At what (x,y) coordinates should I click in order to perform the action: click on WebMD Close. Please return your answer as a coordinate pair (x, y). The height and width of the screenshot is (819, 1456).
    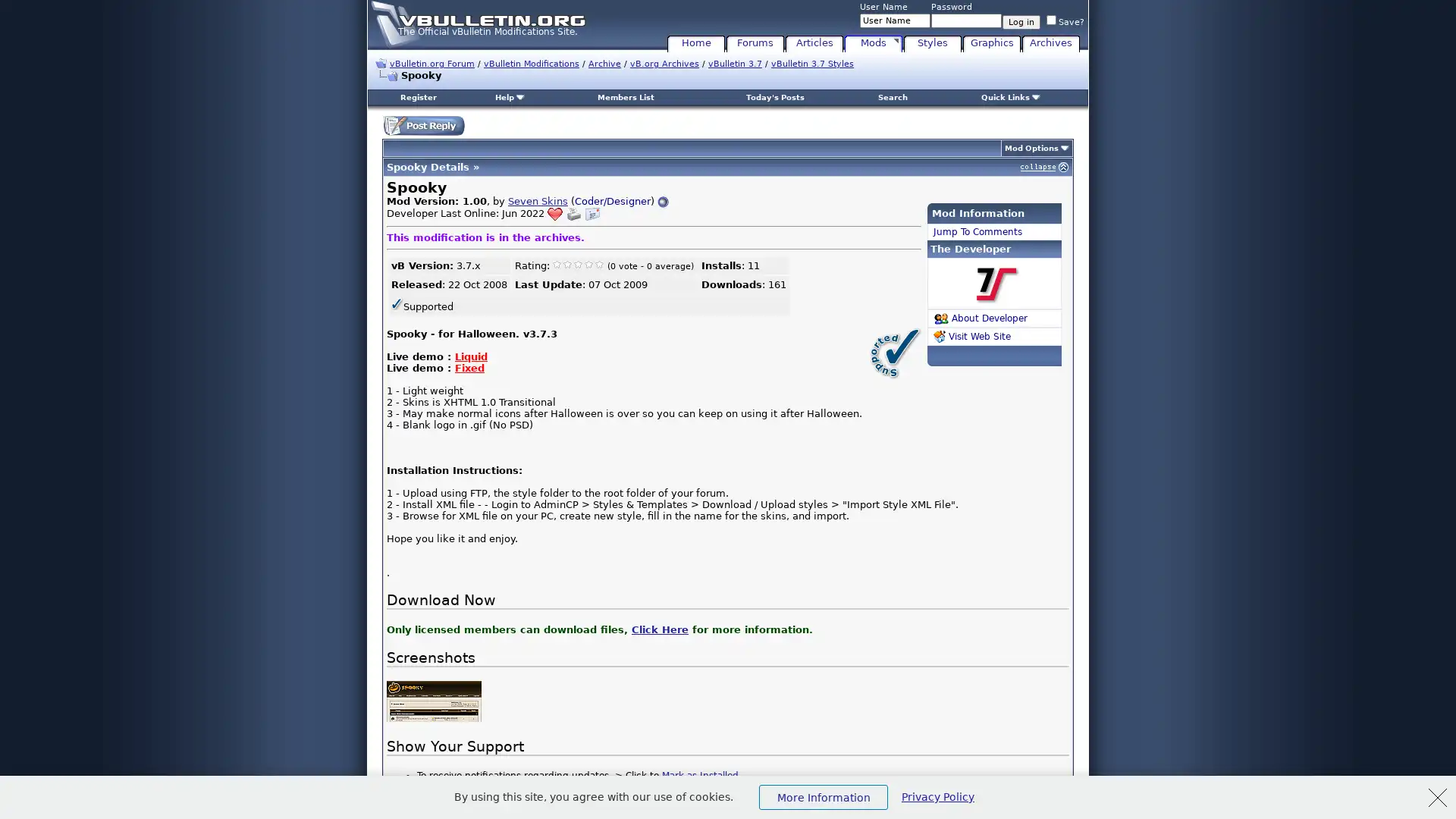
    Looking at the image, I should click on (1437, 797).